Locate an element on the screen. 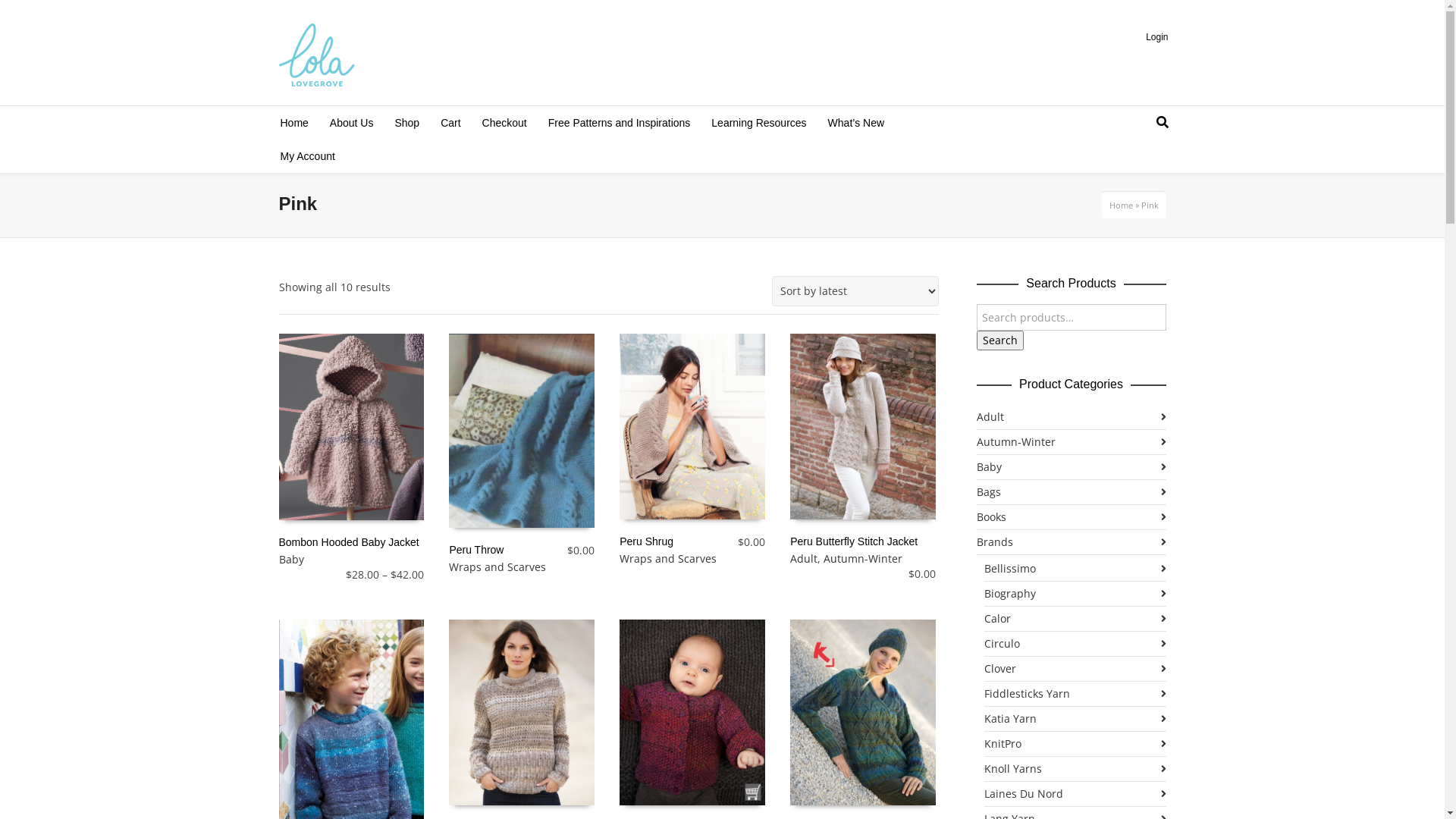  'Brands' is located at coordinates (1070, 541).